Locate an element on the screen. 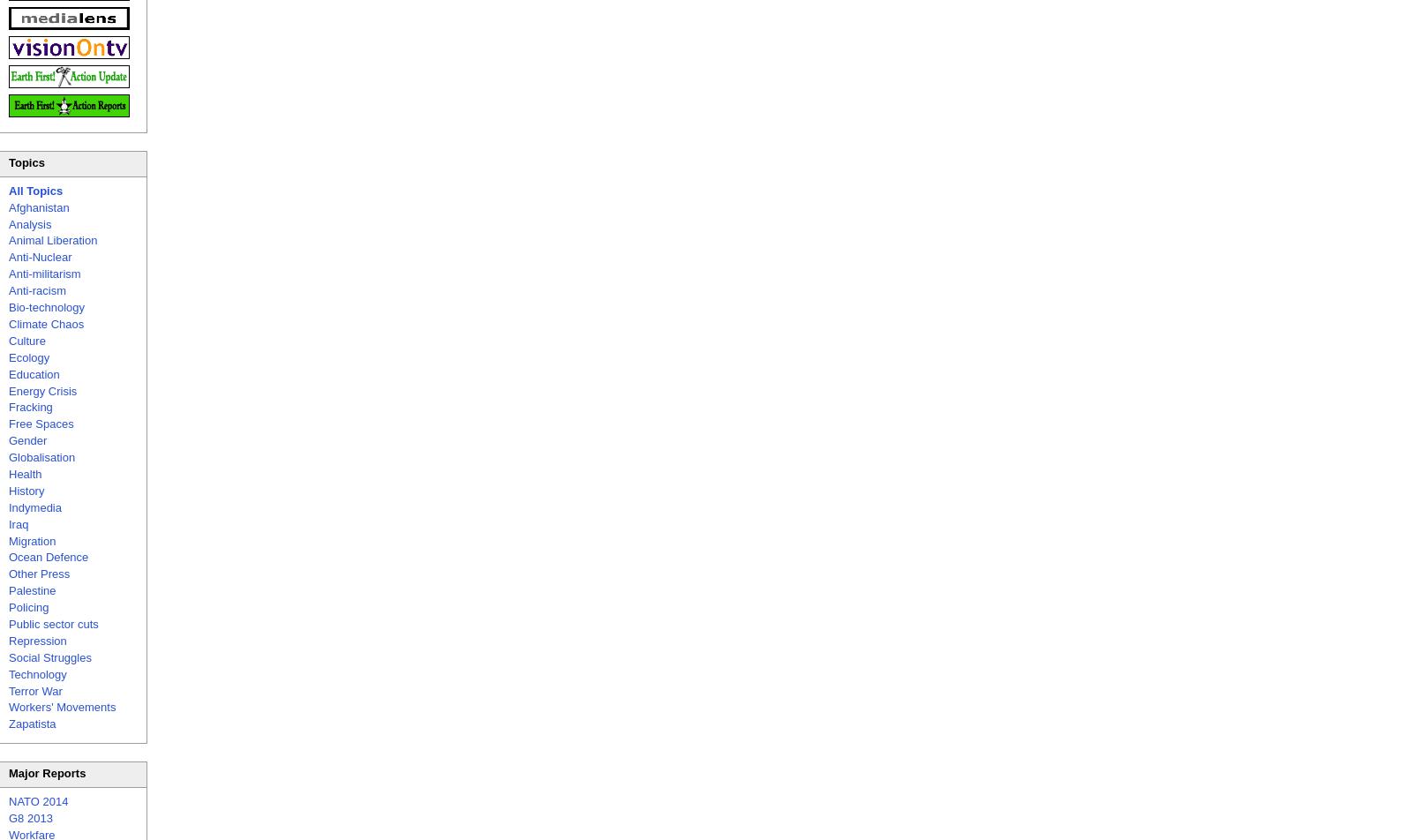  'Migration' is located at coordinates (31, 540).